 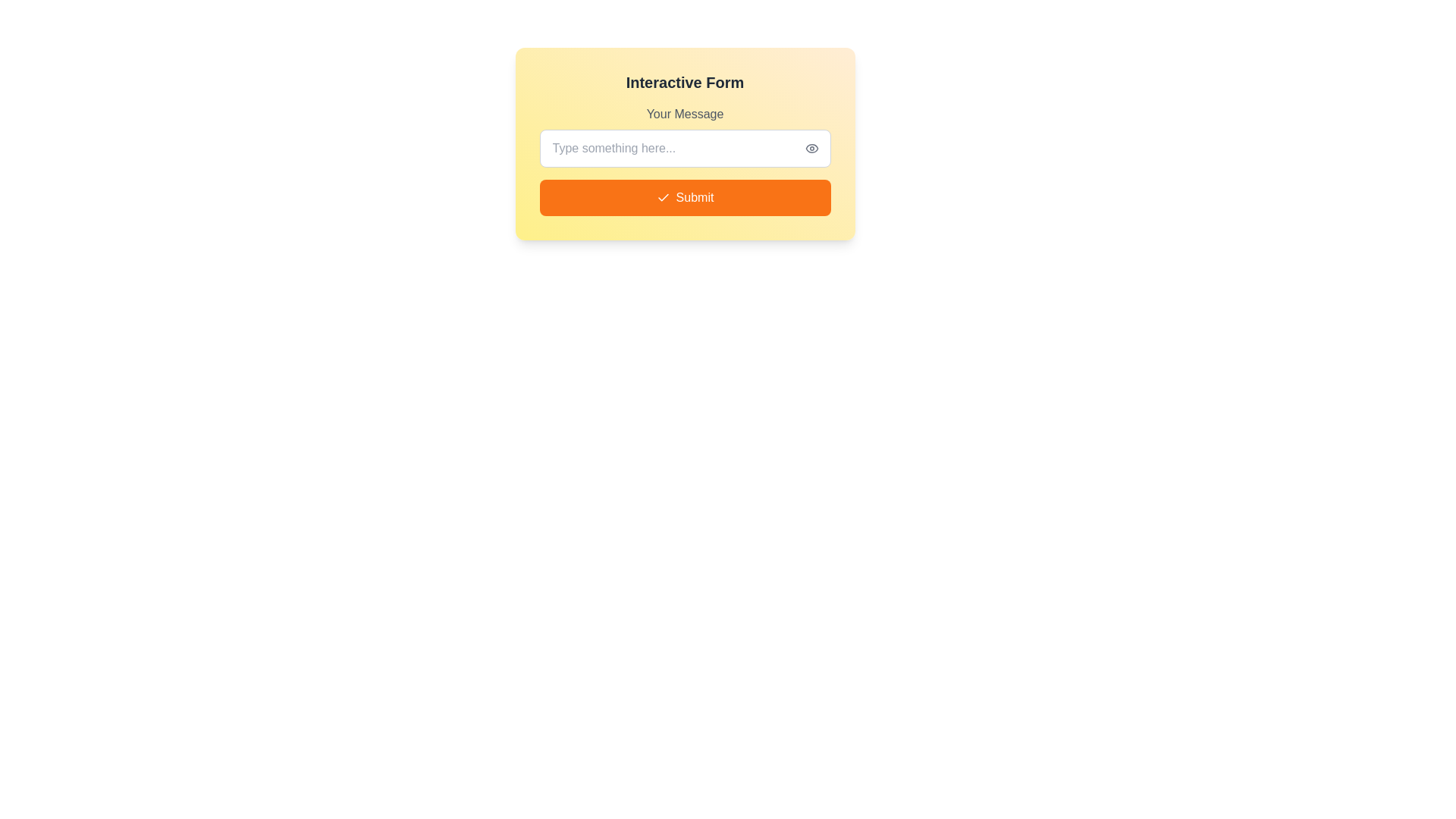 What do you see at coordinates (684, 136) in the screenshot?
I see `the text input field located below the 'Interactive Form' header and above the 'Submit' button to focus it` at bounding box center [684, 136].